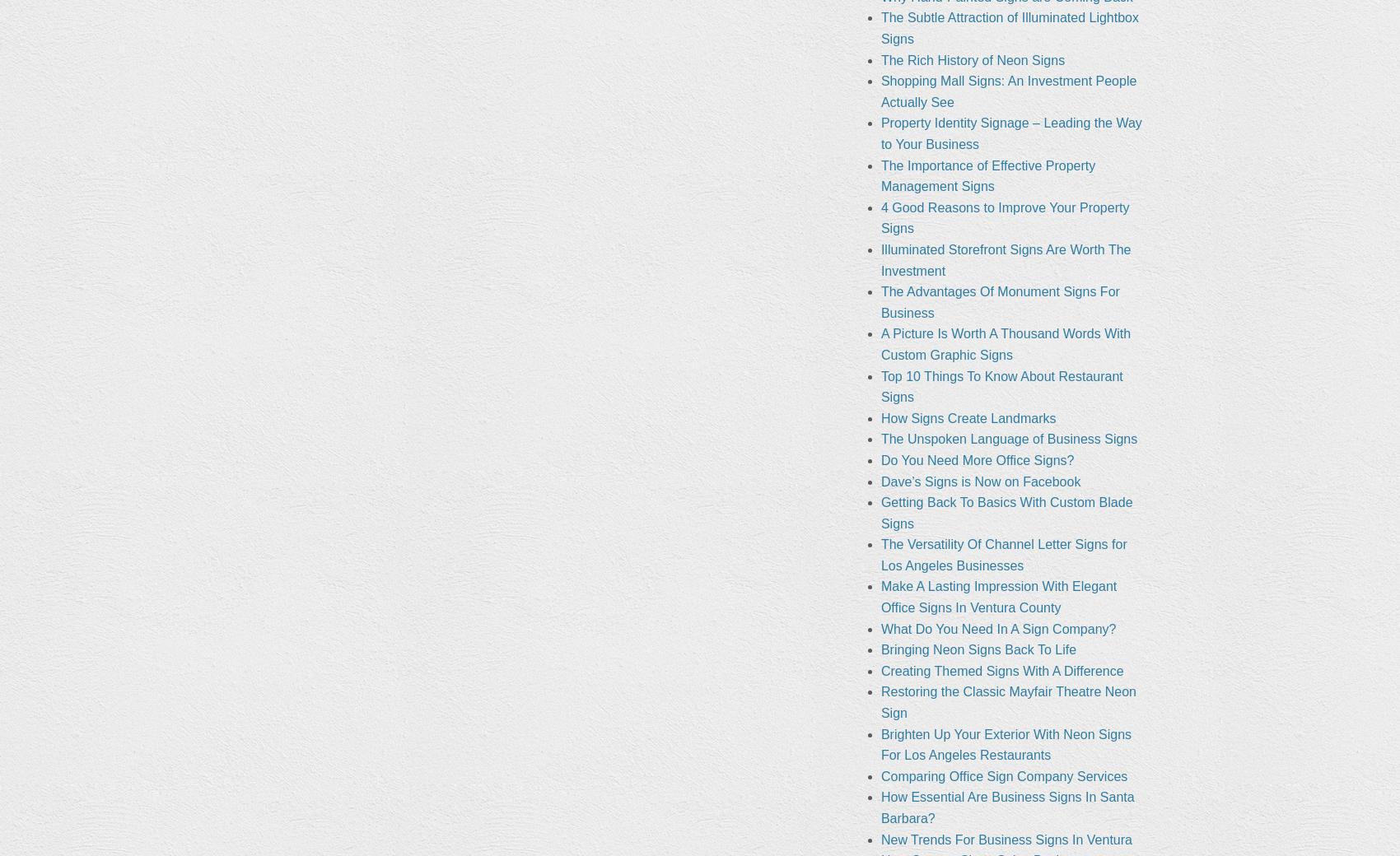 Image resolution: width=1400 pixels, height=856 pixels. What do you see at coordinates (967, 417) in the screenshot?
I see `'How Signs Create Landmarks'` at bounding box center [967, 417].